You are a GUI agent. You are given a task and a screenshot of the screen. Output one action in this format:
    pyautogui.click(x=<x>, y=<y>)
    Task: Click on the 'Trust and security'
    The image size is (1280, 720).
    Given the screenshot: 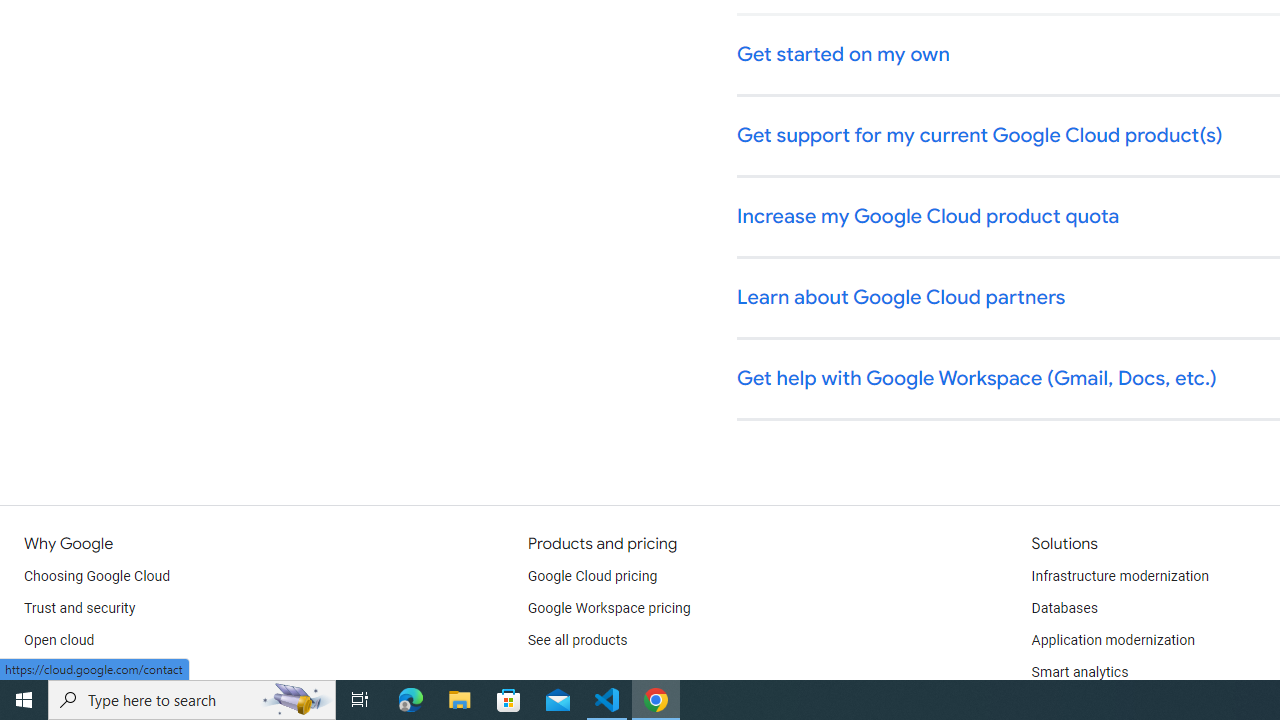 What is the action you would take?
    pyautogui.click(x=80, y=608)
    